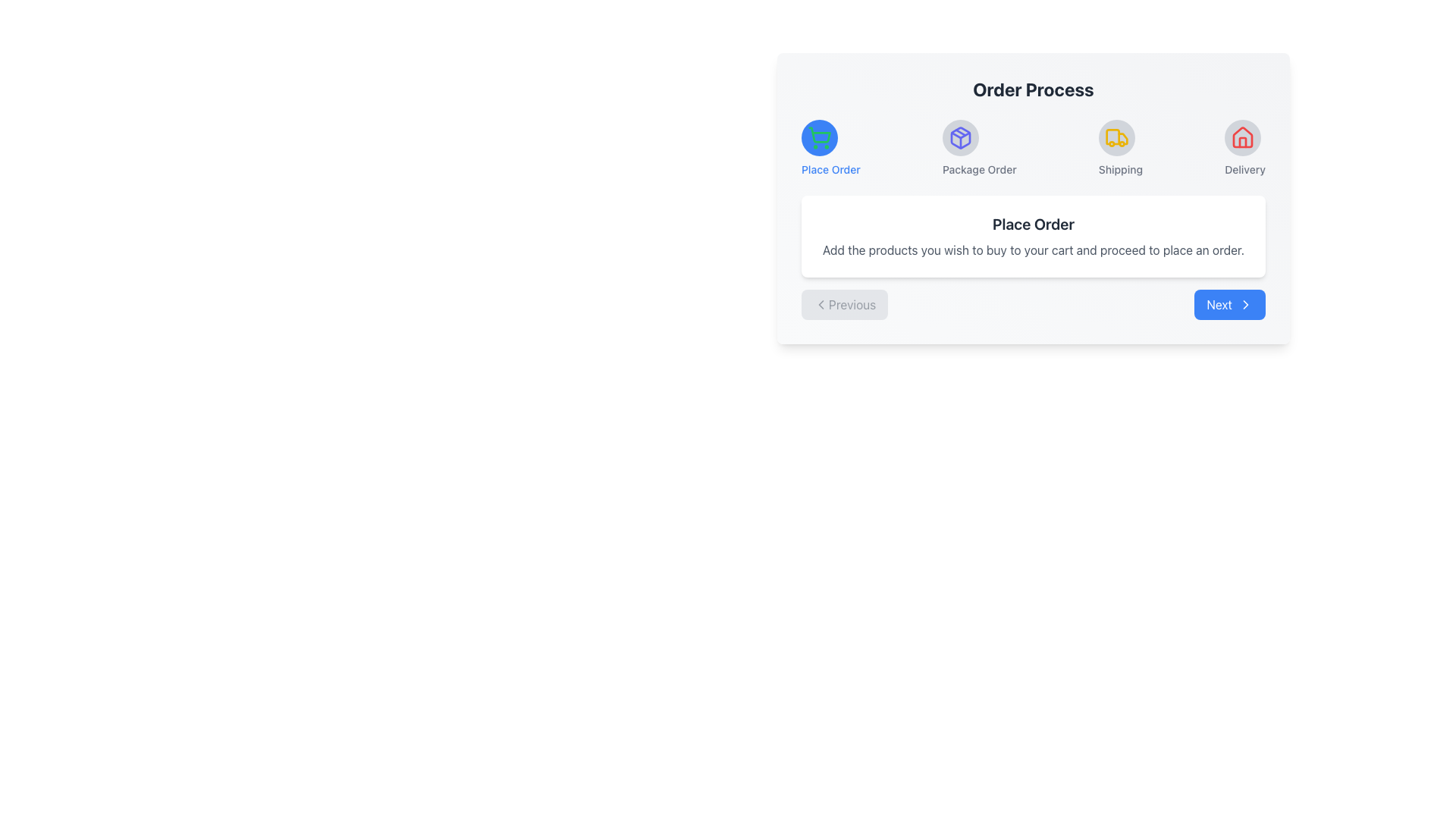  Describe the element at coordinates (818, 137) in the screenshot. I see `the circular blue button with a green shopping cart icon` at that location.